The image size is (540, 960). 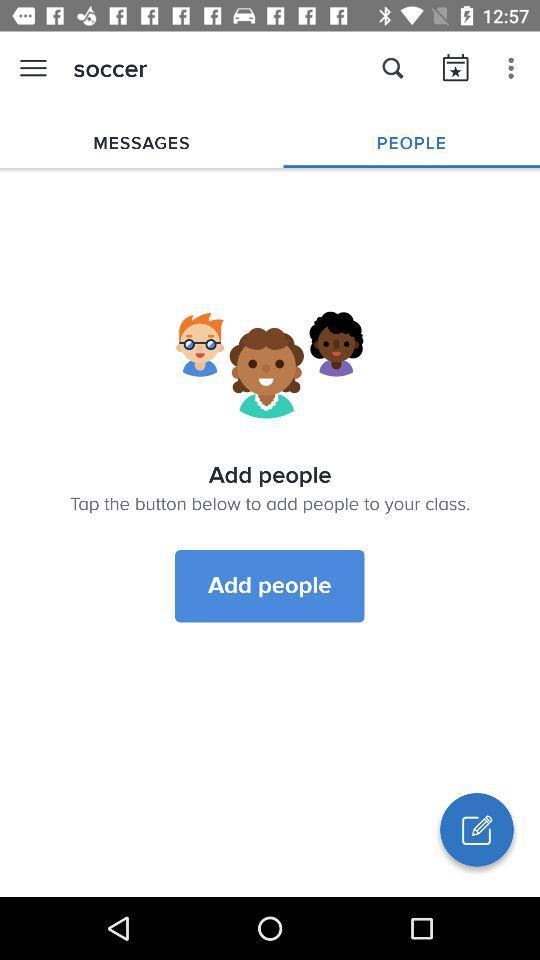 What do you see at coordinates (393, 68) in the screenshot?
I see `the search icon at the top of the page` at bounding box center [393, 68].